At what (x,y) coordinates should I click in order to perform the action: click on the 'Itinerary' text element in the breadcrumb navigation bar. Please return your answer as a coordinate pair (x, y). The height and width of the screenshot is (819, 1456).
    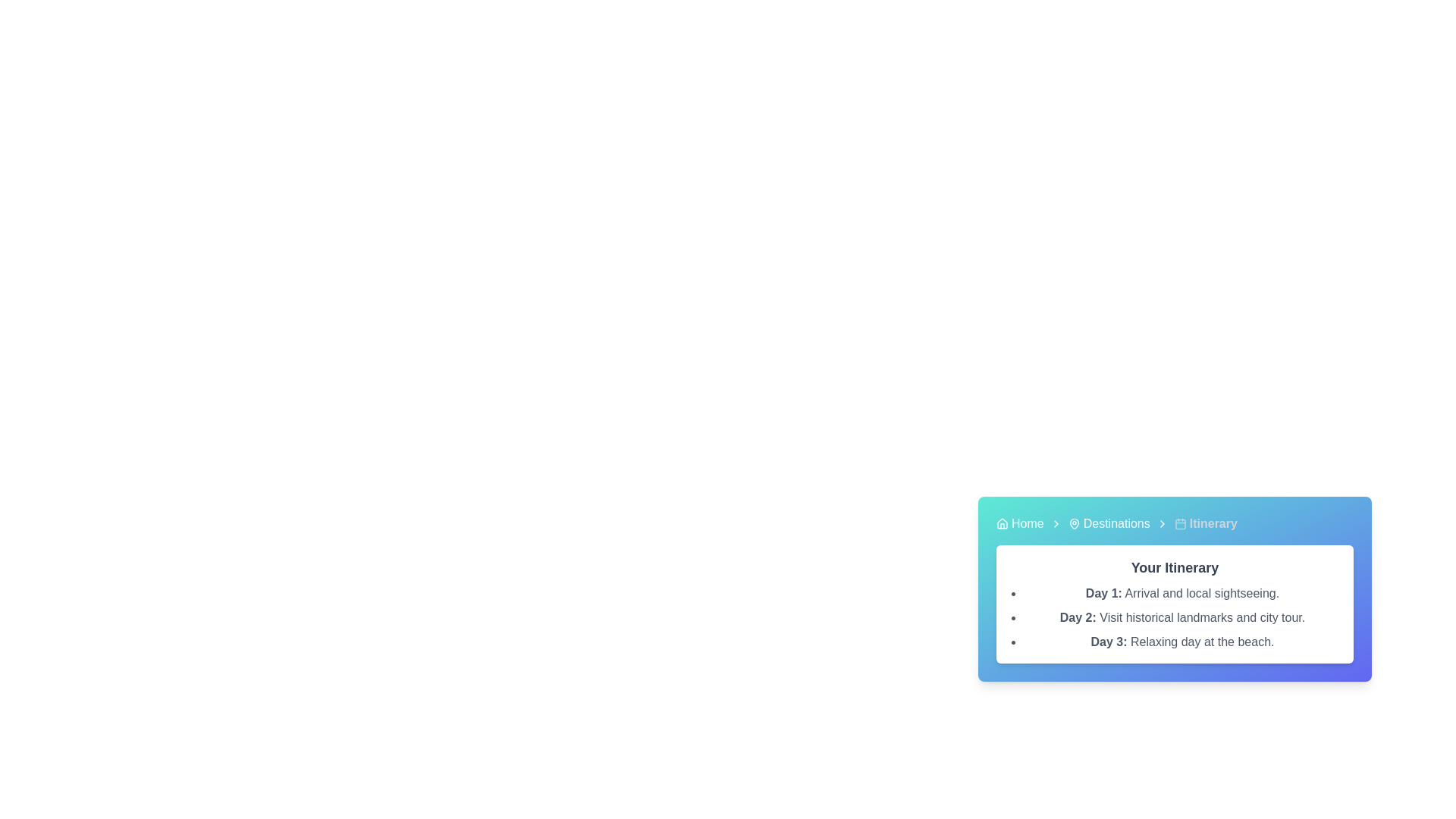
    Looking at the image, I should click on (1205, 522).